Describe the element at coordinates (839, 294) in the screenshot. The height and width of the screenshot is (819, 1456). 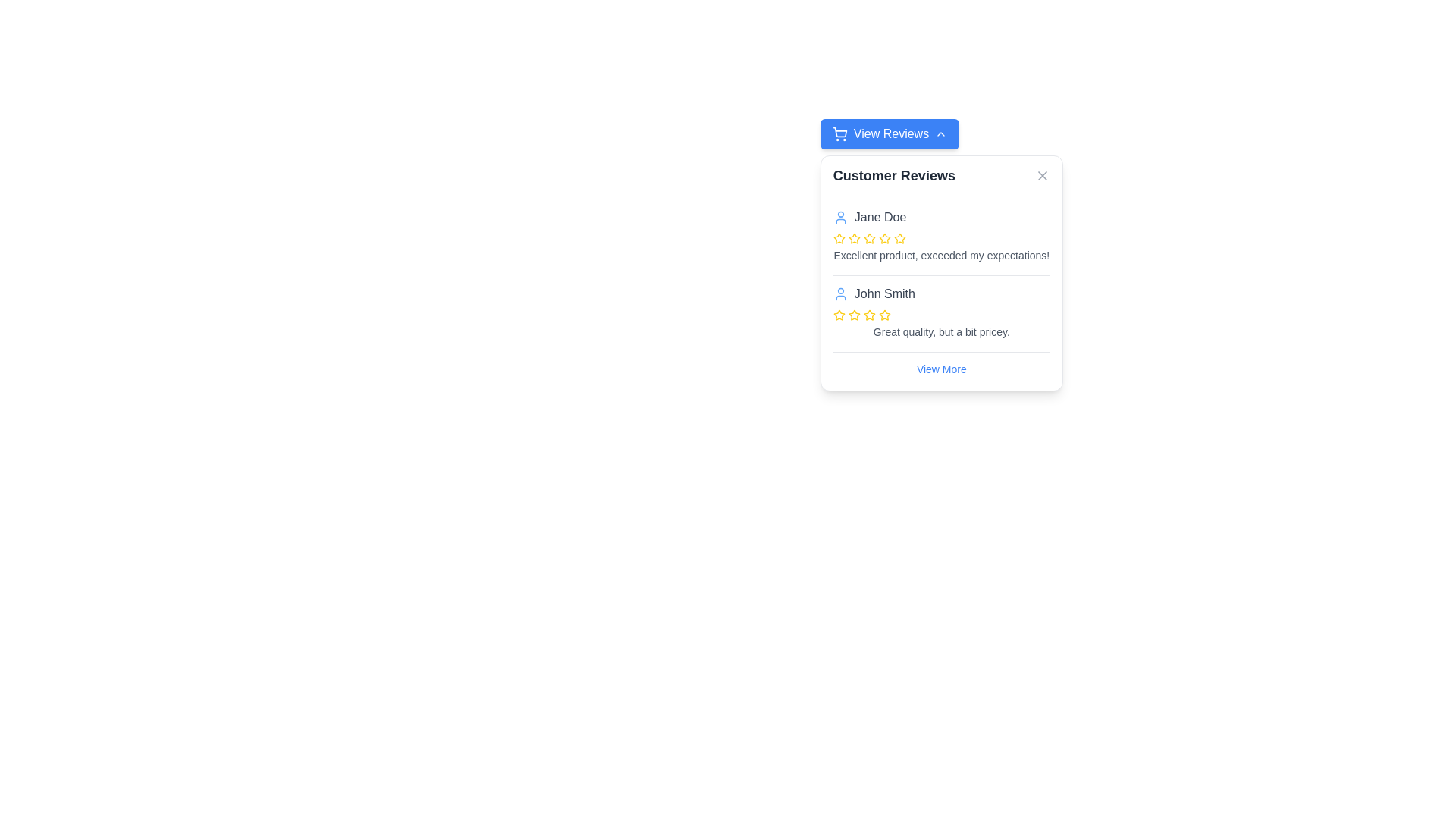
I see `the user silhouette icon displayed in blue, located to the immediate left of the text 'John Smith' in the 'Customer Reviews' section` at that location.